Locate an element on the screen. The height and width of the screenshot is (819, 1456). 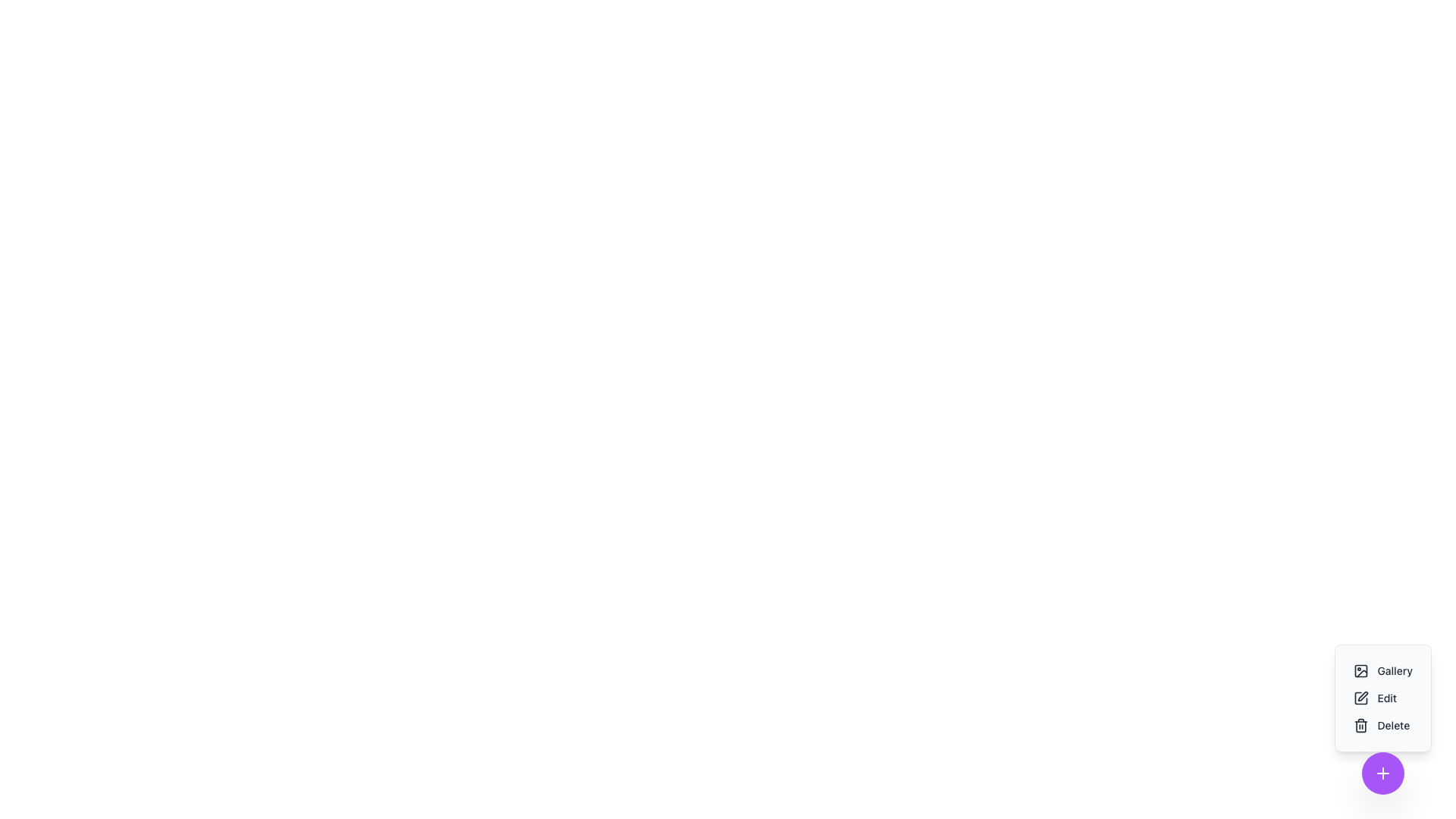
the rectangle with rounded corners that serves as a visual component within the icon-based menu, located at the top-left corner of the SVG image icon is located at coordinates (1360, 670).